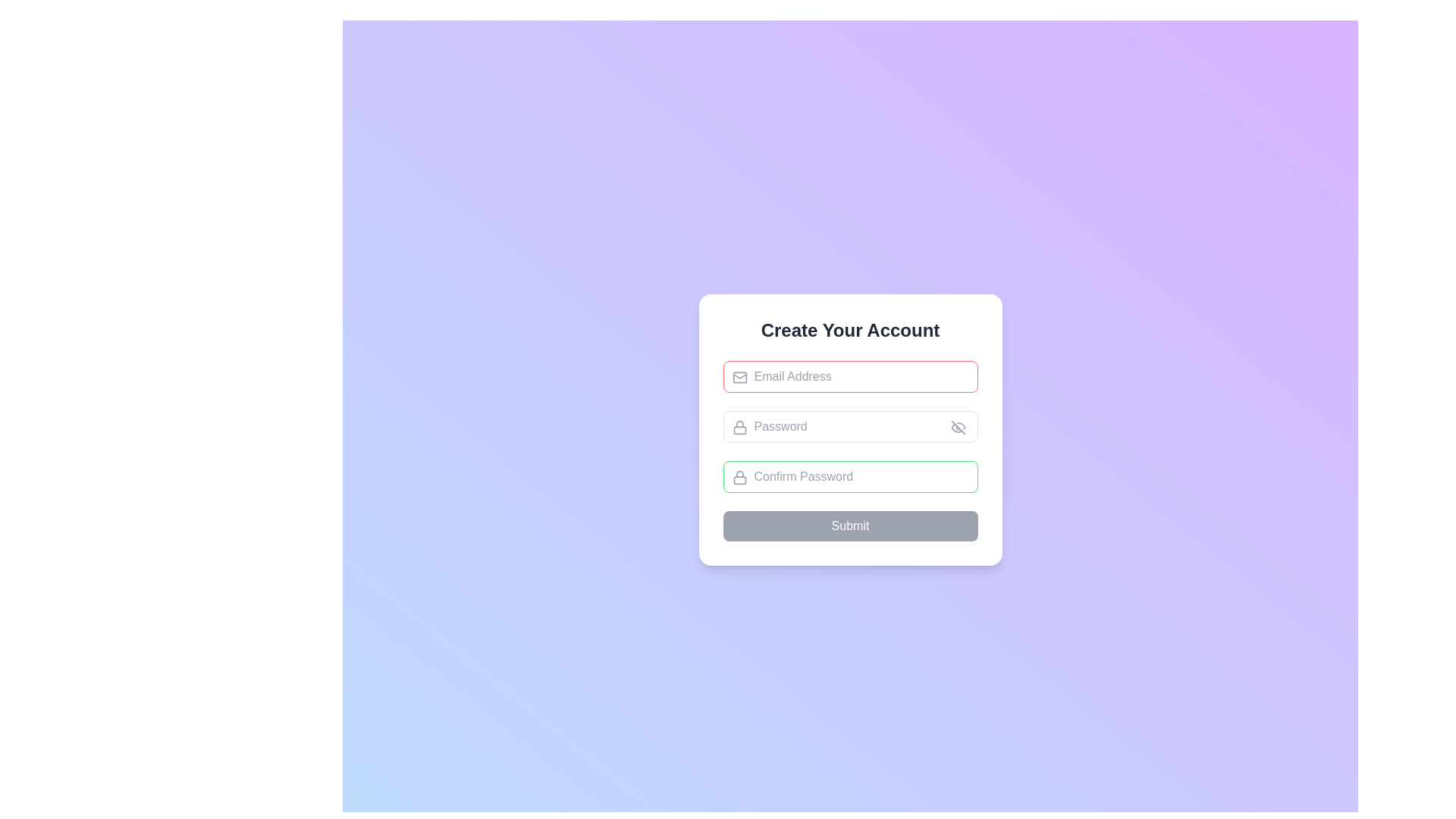 Image resolution: width=1456 pixels, height=819 pixels. What do you see at coordinates (739, 376) in the screenshot?
I see `the icon indicating the purpose of the email input field, located on the left side of the email address input box` at bounding box center [739, 376].